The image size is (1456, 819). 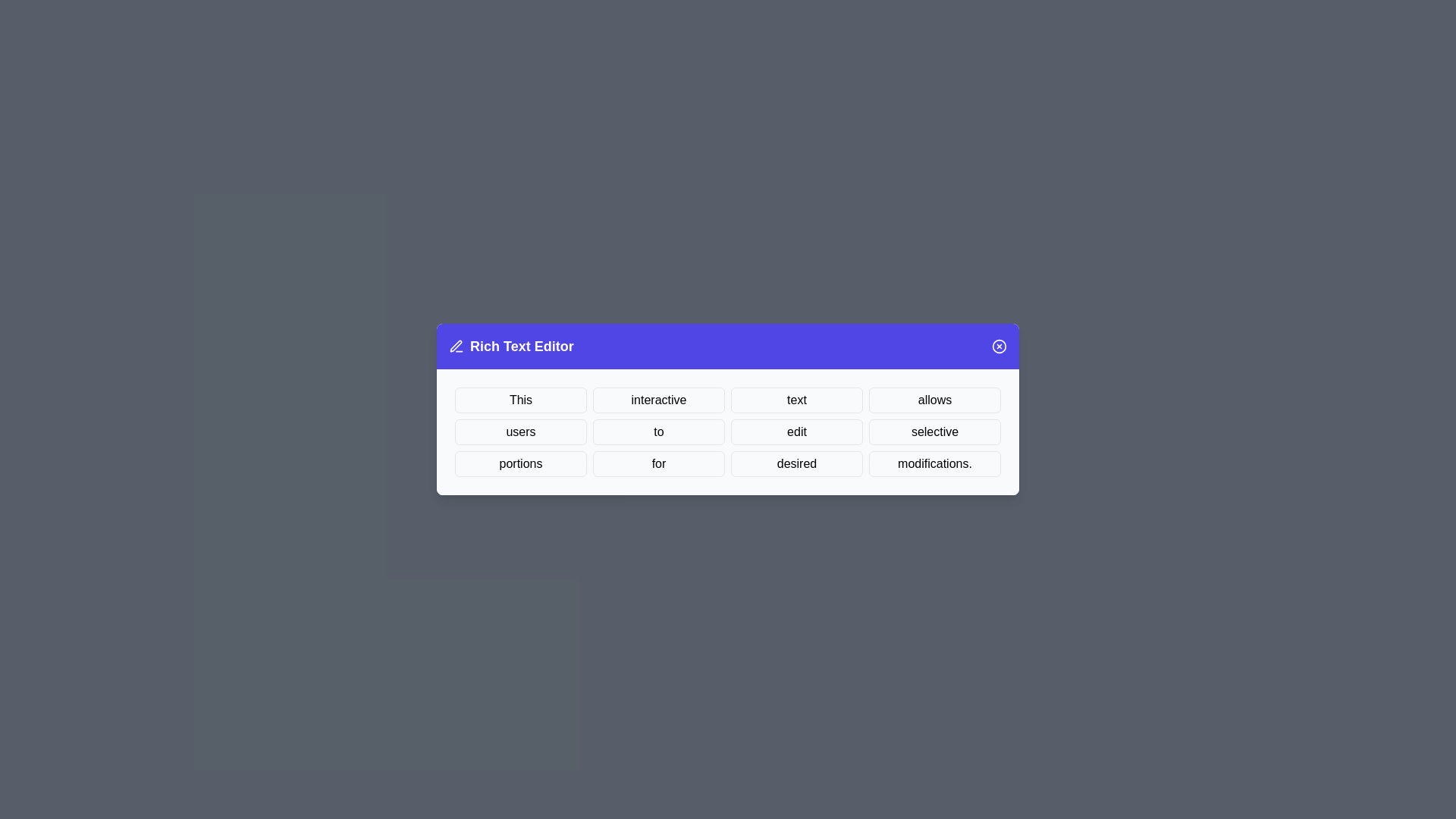 What do you see at coordinates (796, 432) in the screenshot?
I see `the word edit to select it` at bounding box center [796, 432].